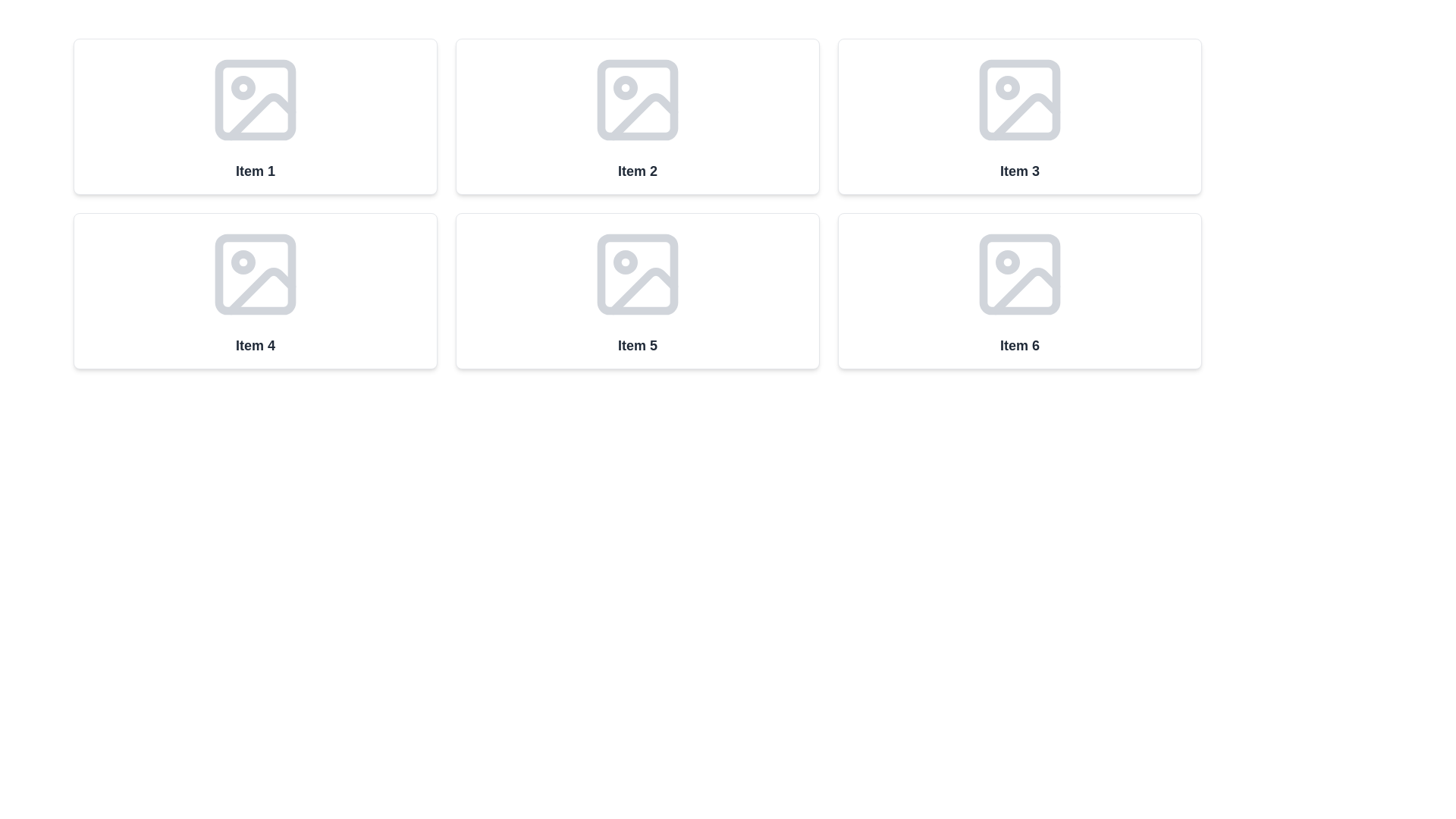 Image resolution: width=1456 pixels, height=819 pixels. Describe the element at coordinates (637, 275) in the screenshot. I see `the primary SVG icon located in the upper section of the card labeled 'Item 5'` at that location.